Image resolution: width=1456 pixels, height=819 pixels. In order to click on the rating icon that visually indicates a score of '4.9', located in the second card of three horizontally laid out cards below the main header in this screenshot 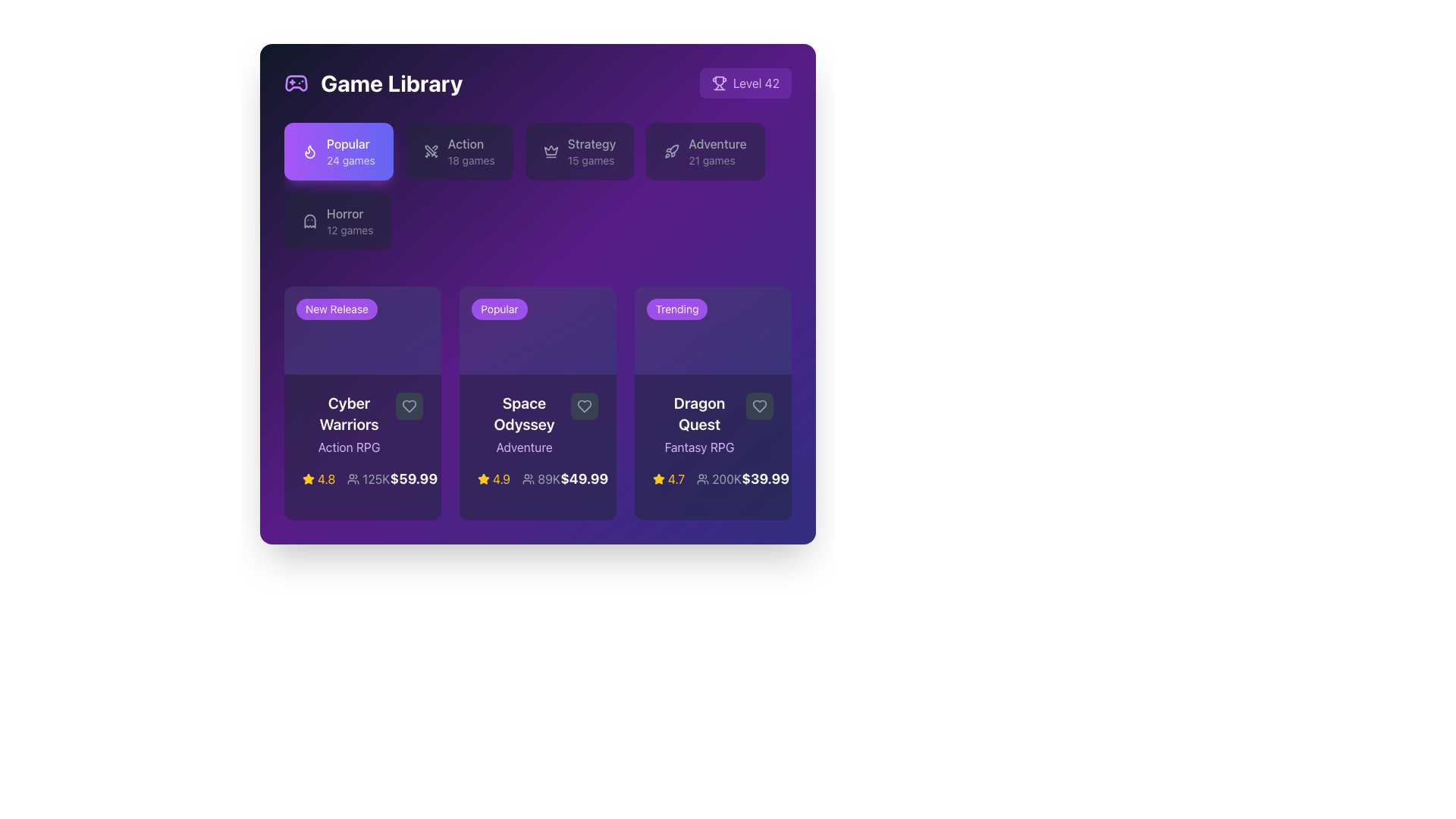, I will do `click(483, 479)`.